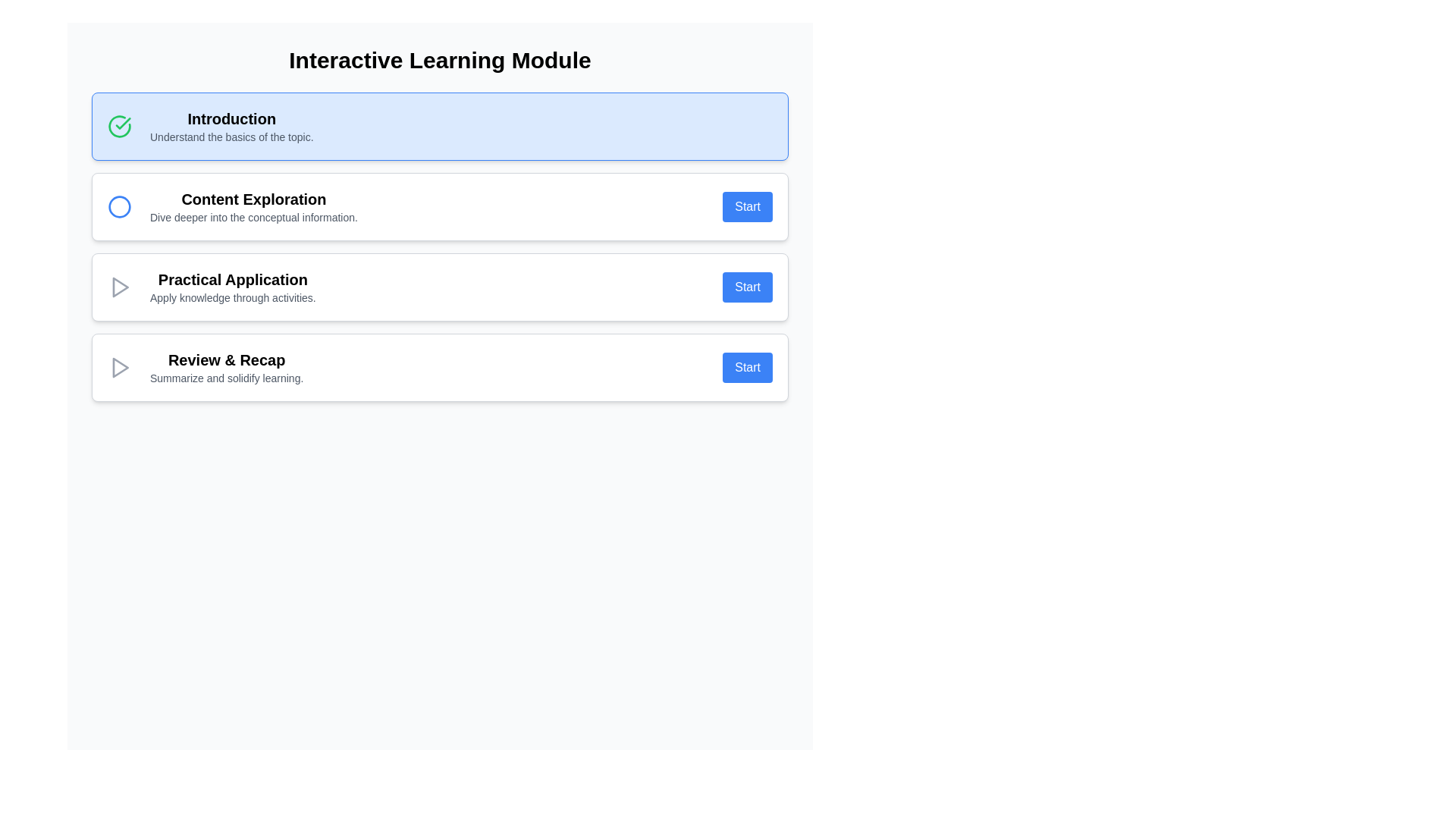 Image resolution: width=1456 pixels, height=819 pixels. I want to click on the text label that reads 'Introduction', which is styled in large, bold font and located at the top of a blue rectangular section, so click(231, 118).